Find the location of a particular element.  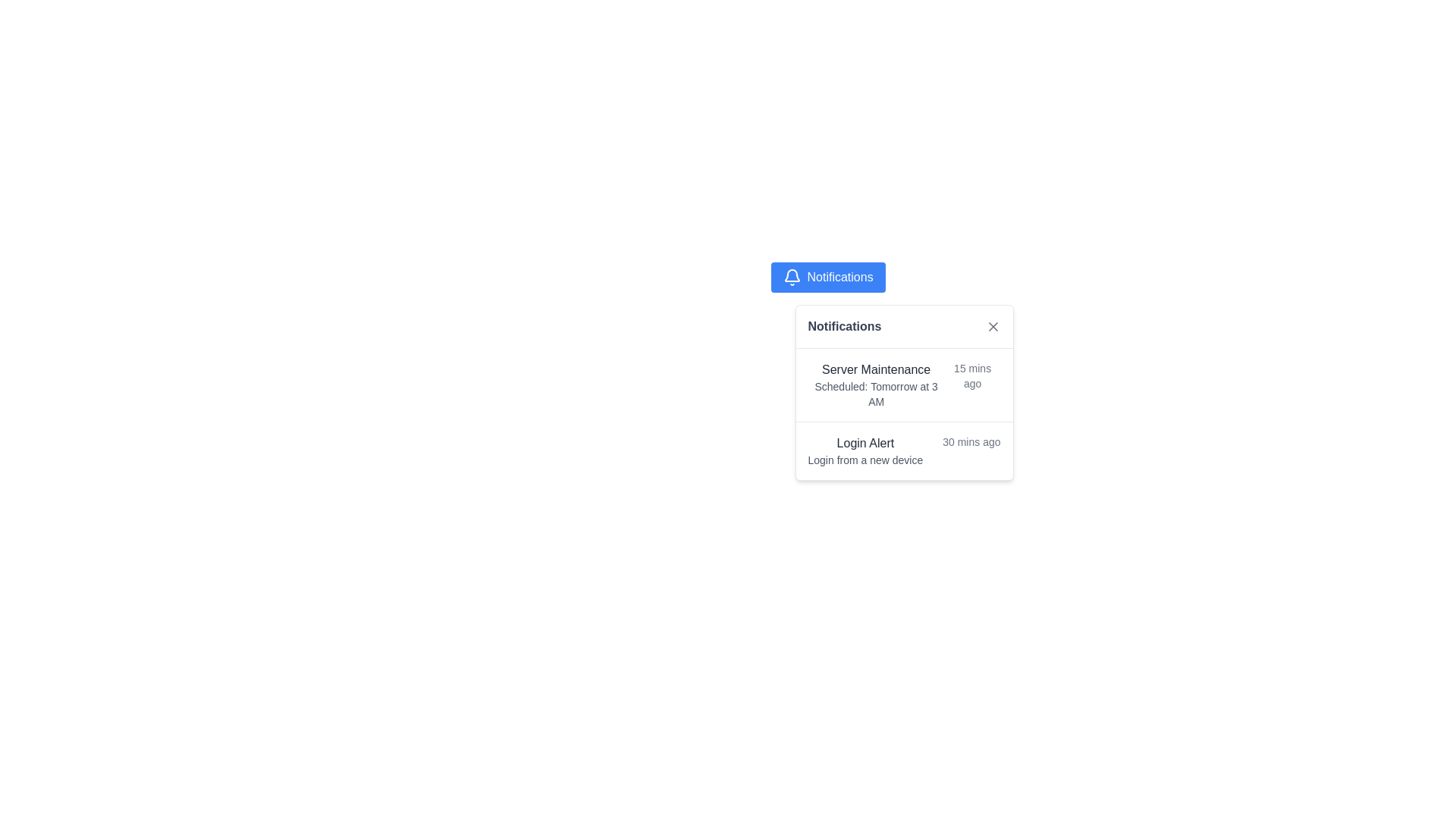

the dismissal button located on the far right side of the header bar of the notification modal is located at coordinates (993, 326).